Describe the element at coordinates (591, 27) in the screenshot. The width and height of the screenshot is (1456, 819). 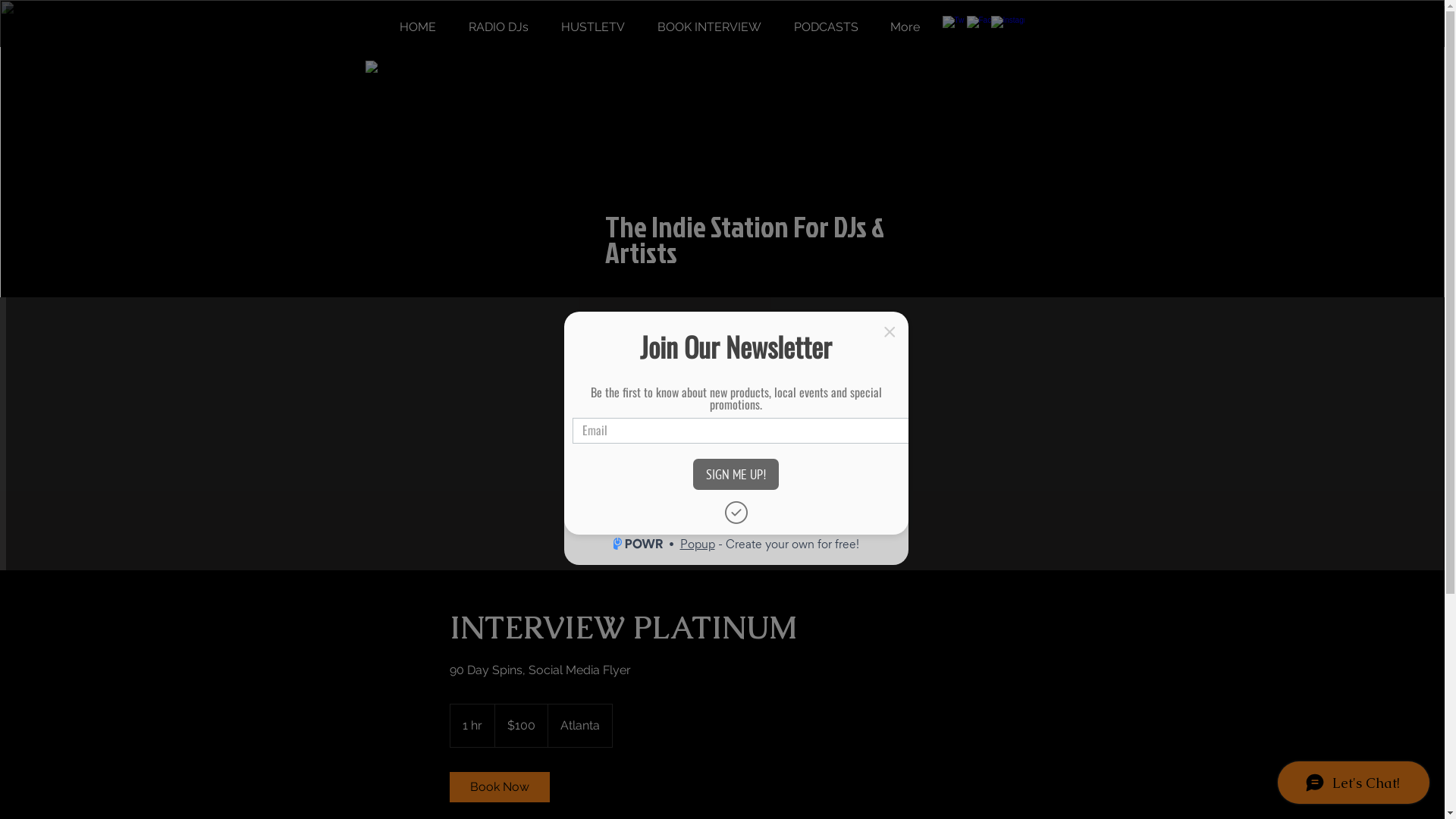
I see `'HUSTLETV'` at that location.